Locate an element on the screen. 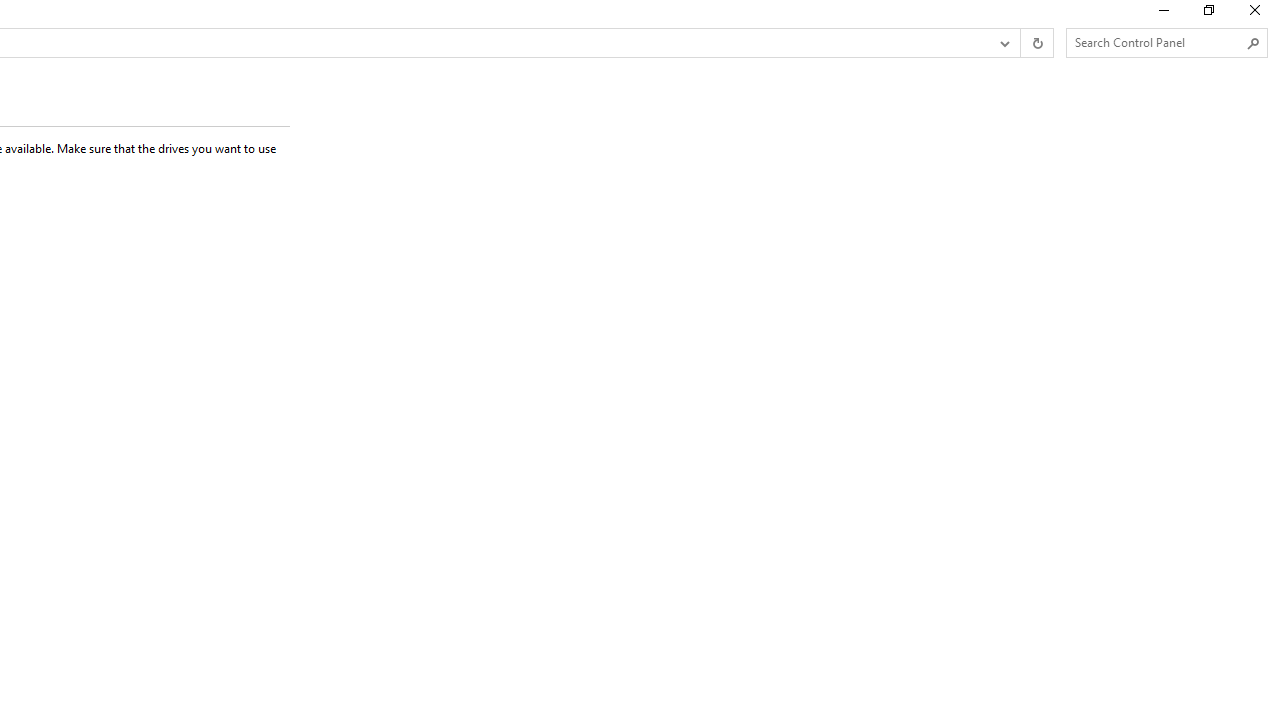  'Search Box' is located at coordinates (1157, 42).